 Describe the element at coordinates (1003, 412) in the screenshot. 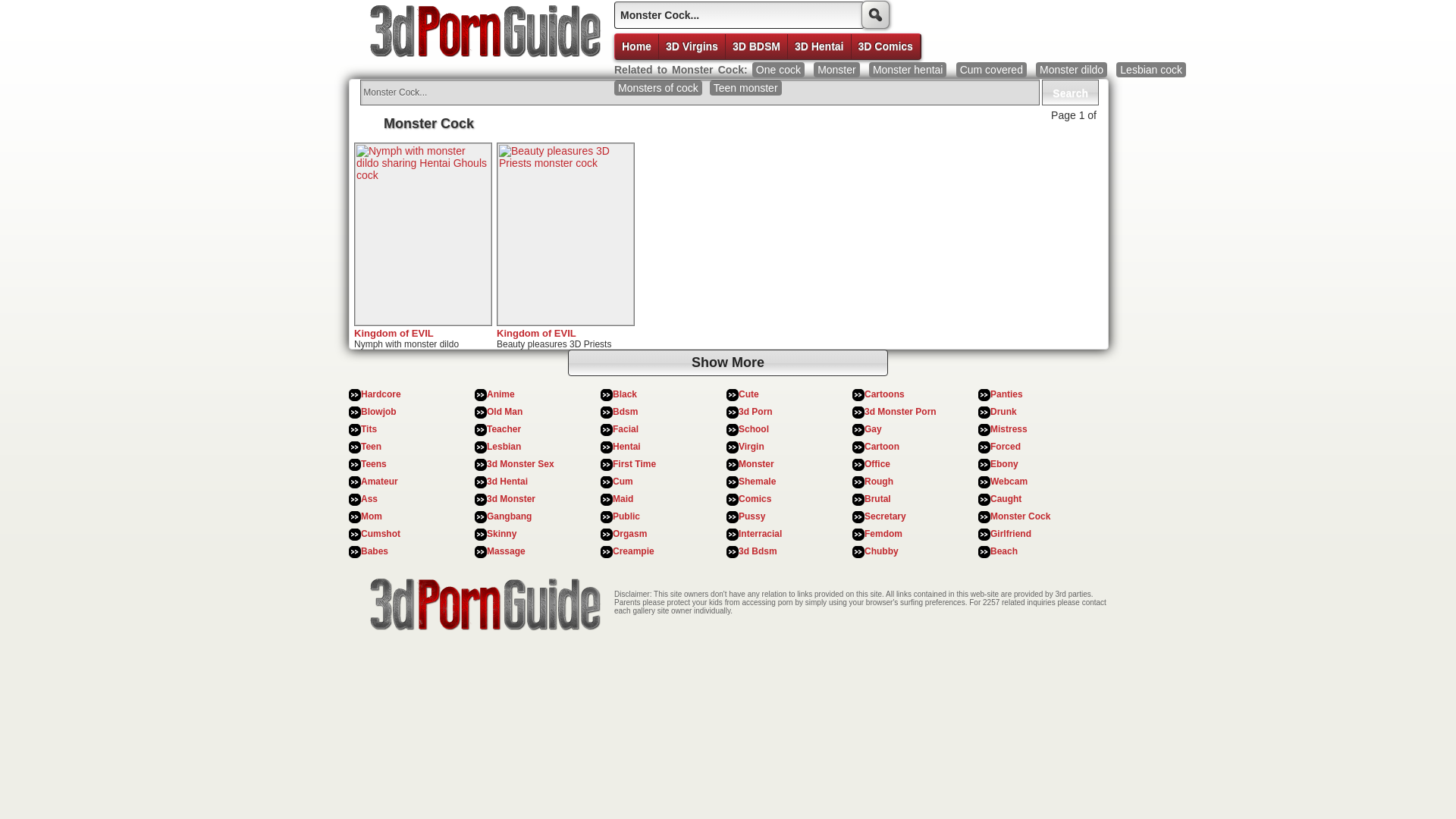

I see `'Drunk'` at that location.